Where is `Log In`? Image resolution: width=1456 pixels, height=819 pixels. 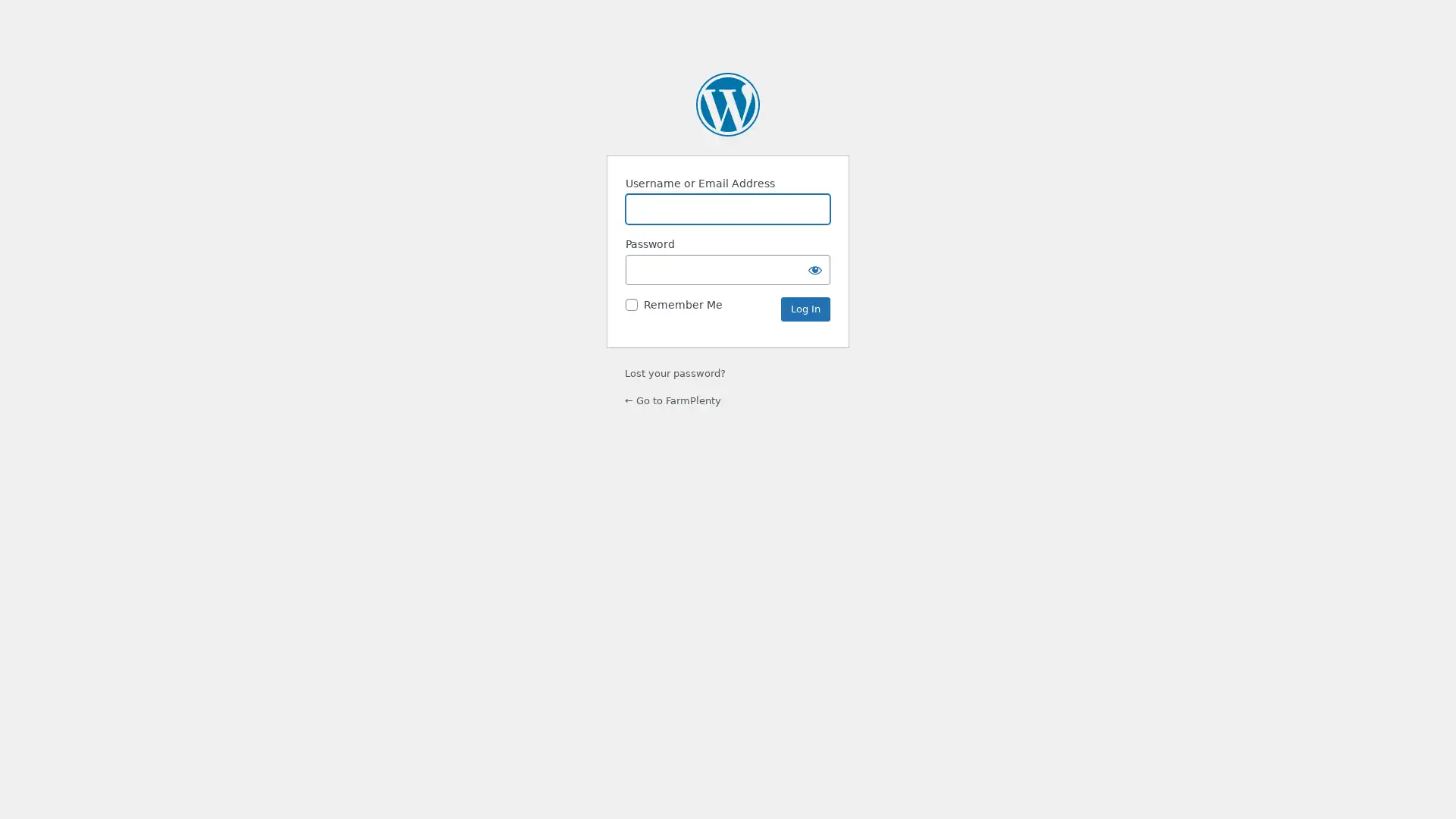
Log In is located at coordinates (805, 309).